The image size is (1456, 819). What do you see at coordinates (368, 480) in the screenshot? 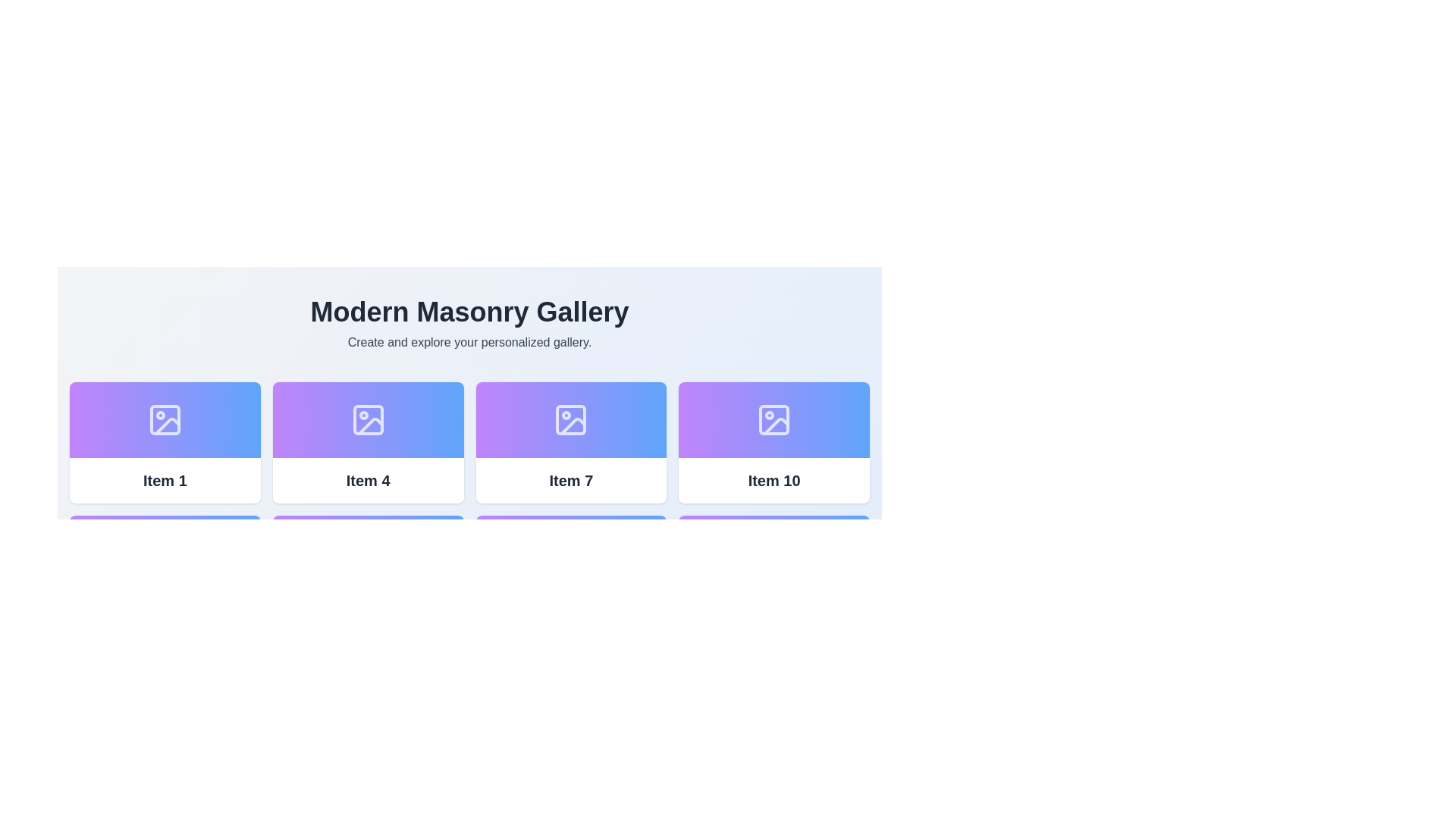
I see `the text label 'Item 4' which provides information about the corresponding card in the grid layout` at bounding box center [368, 480].